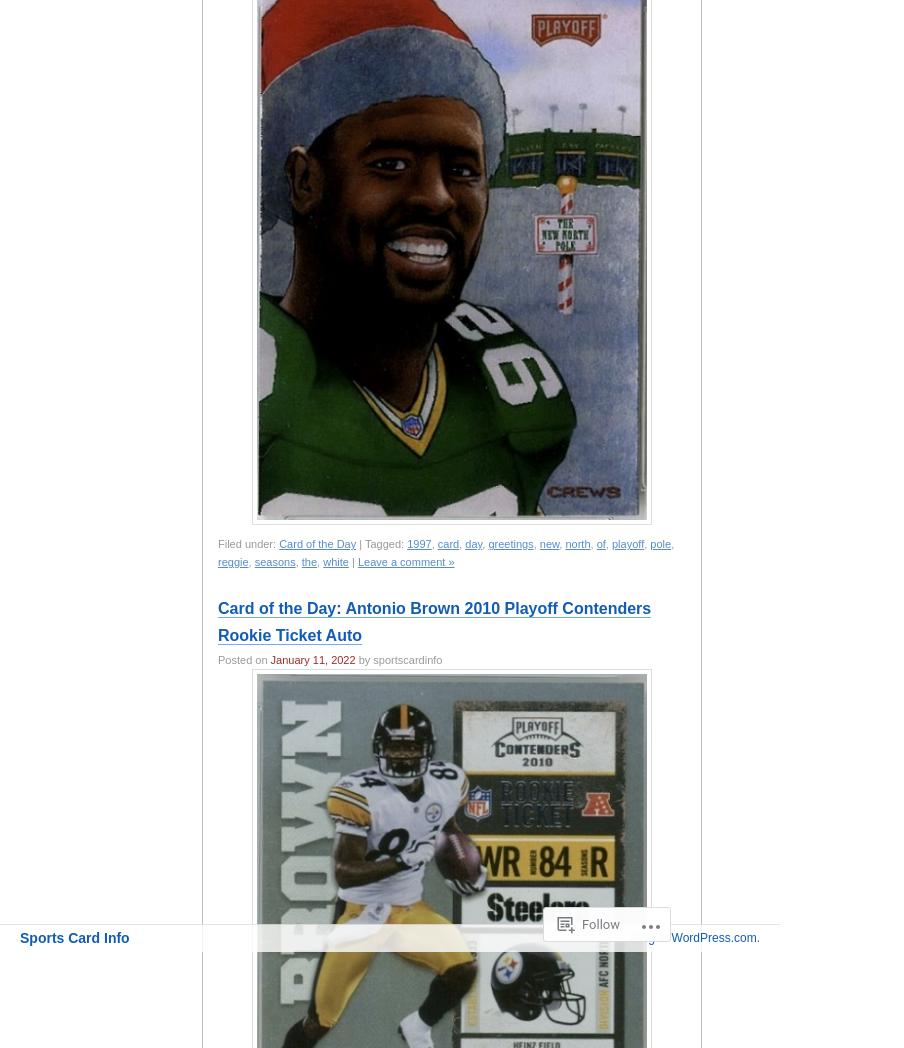 The height and width of the screenshot is (1048, 904). I want to click on 'day', so click(464, 543).